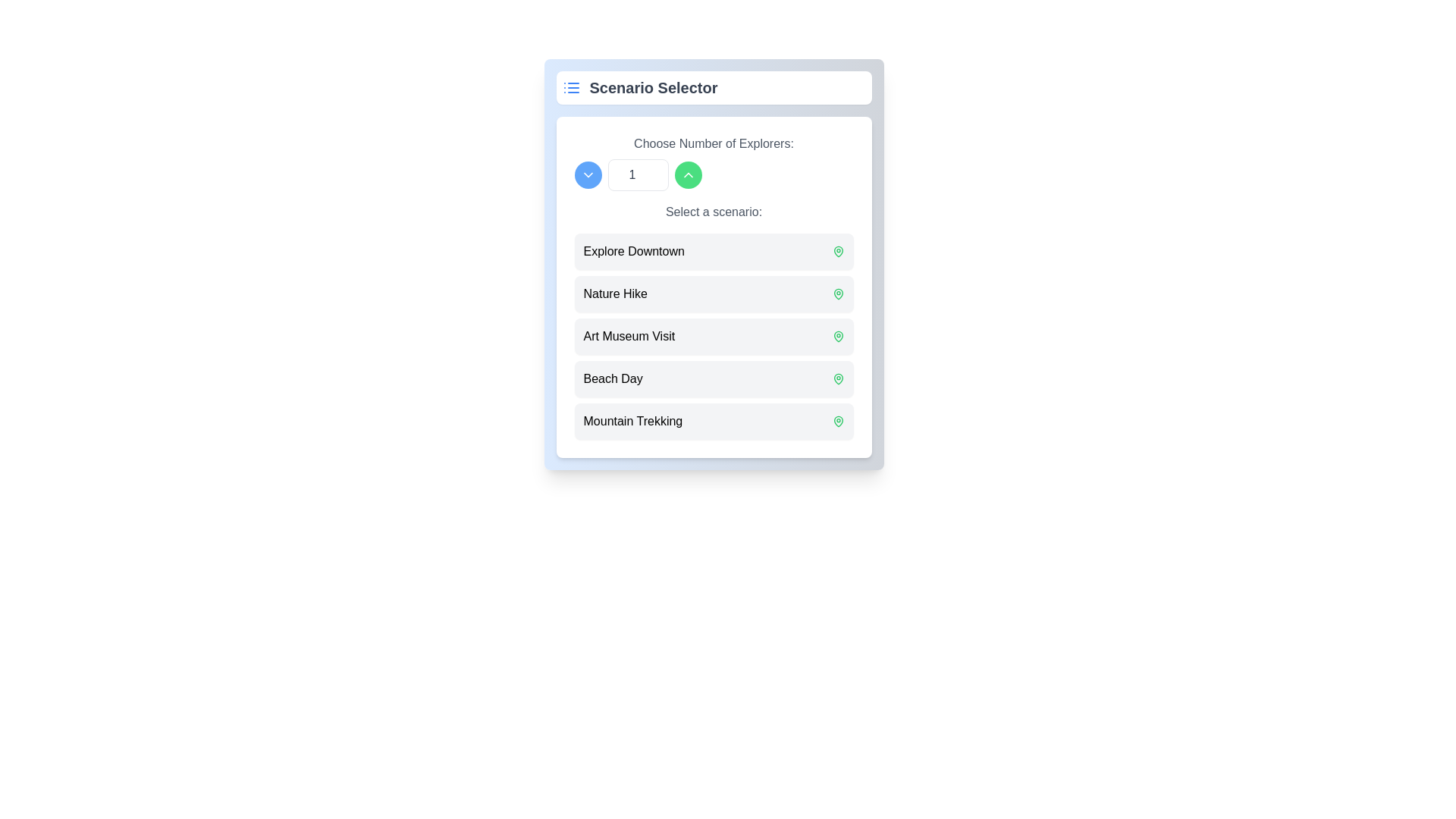  Describe the element at coordinates (837, 421) in the screenshot. I see `the green map pin icon located within the 'Mountain Trekking' option, which is aligned to the right side of the text label in the vertical list of selectable options` at that location.